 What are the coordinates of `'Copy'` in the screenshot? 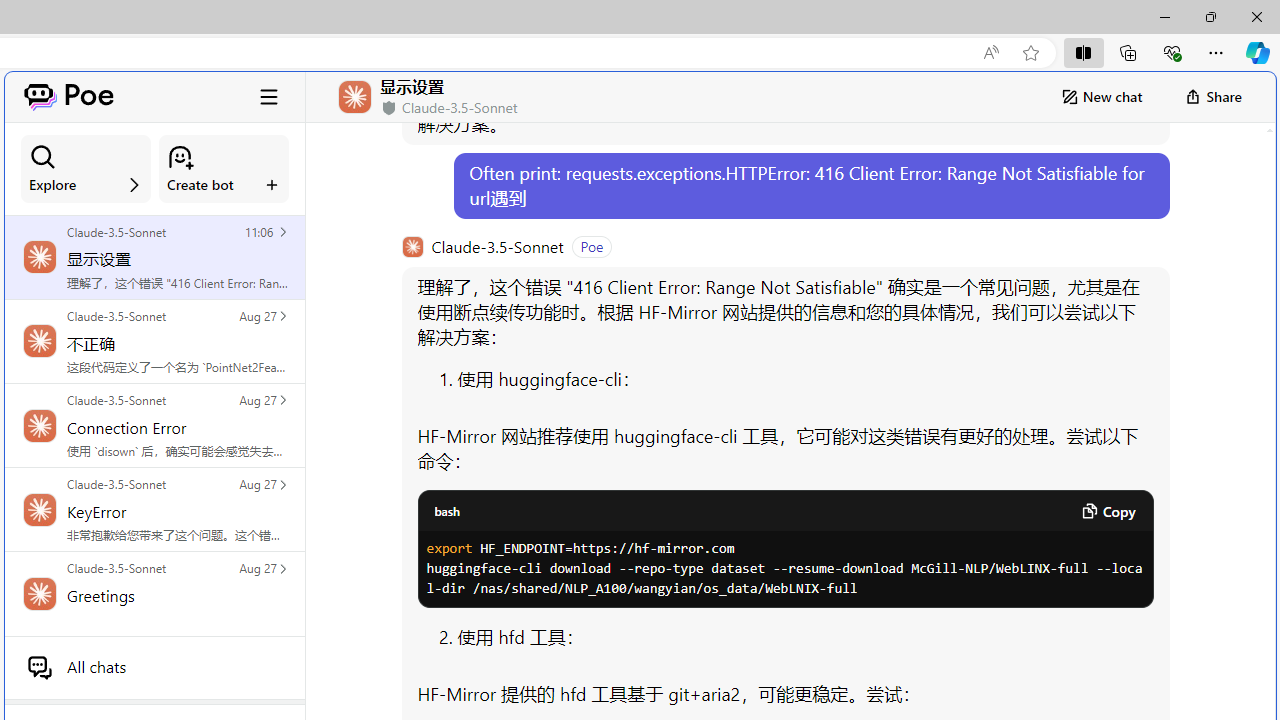 It's located at (1106, 510).